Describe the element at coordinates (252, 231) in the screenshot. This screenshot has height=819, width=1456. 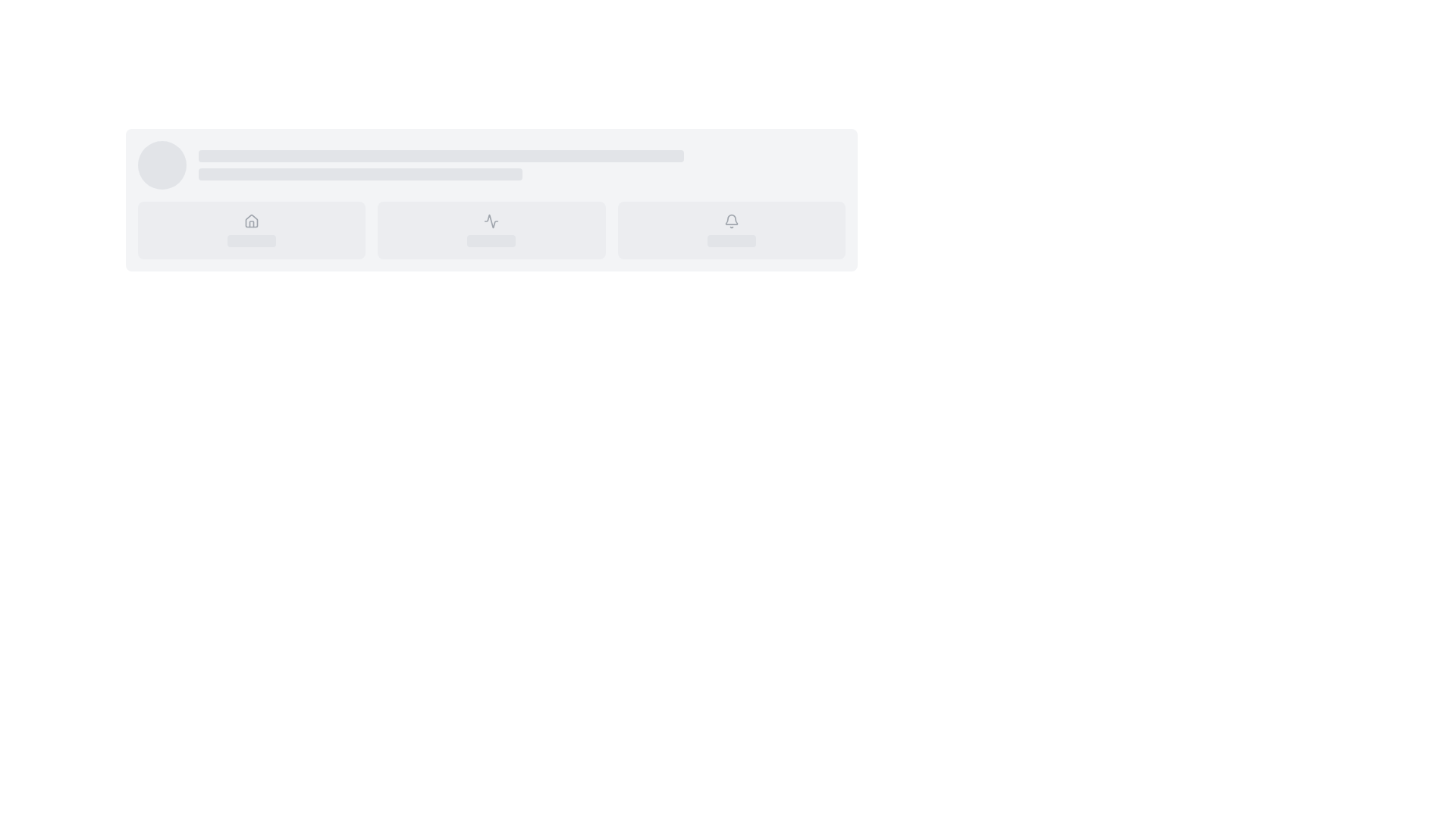
I see `the first card component in the grid layout, which serves as a placeholder or loading state indicator` at that location.